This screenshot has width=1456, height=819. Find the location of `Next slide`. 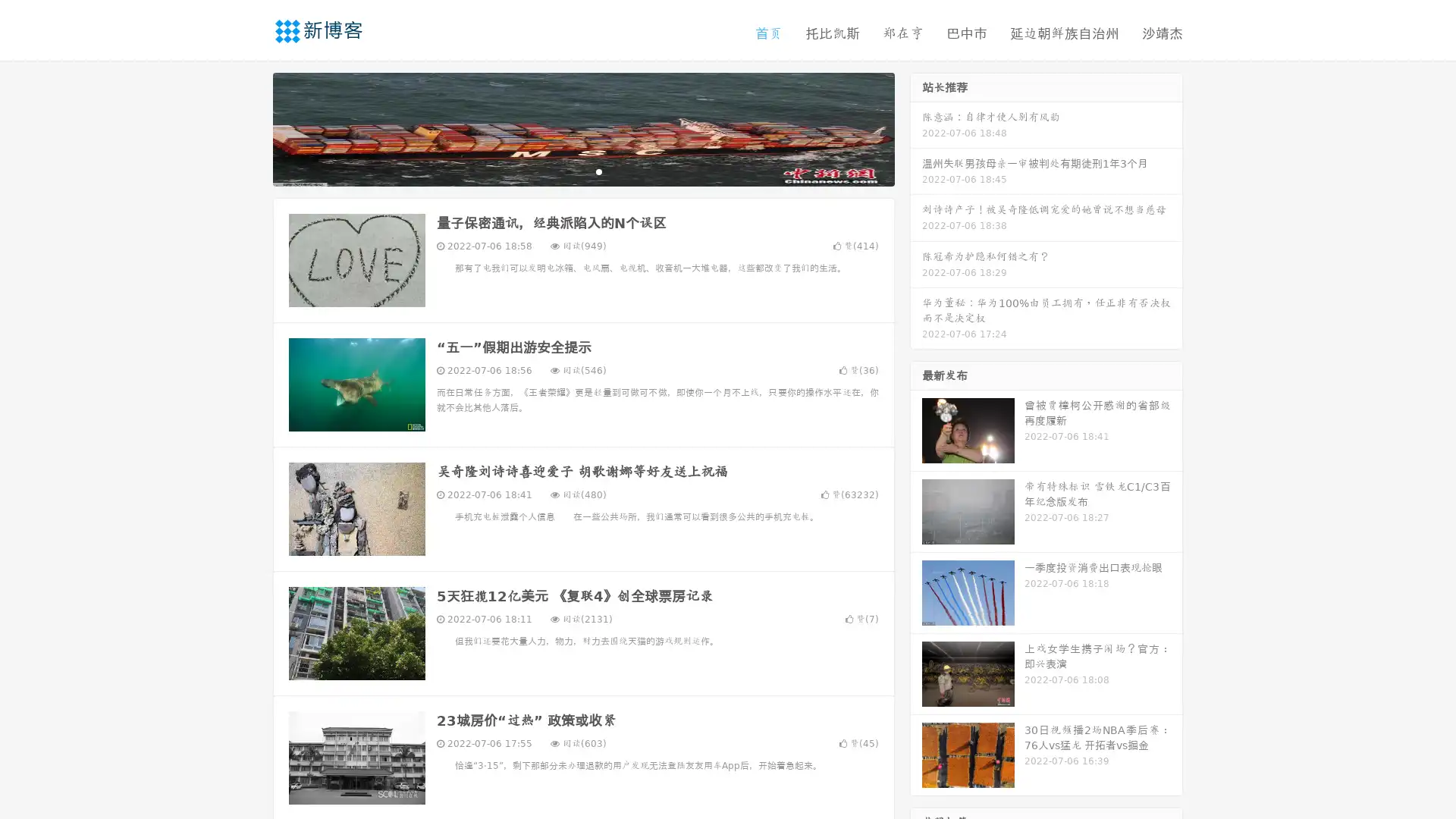

Next slide is located at coordinates (916, 127).